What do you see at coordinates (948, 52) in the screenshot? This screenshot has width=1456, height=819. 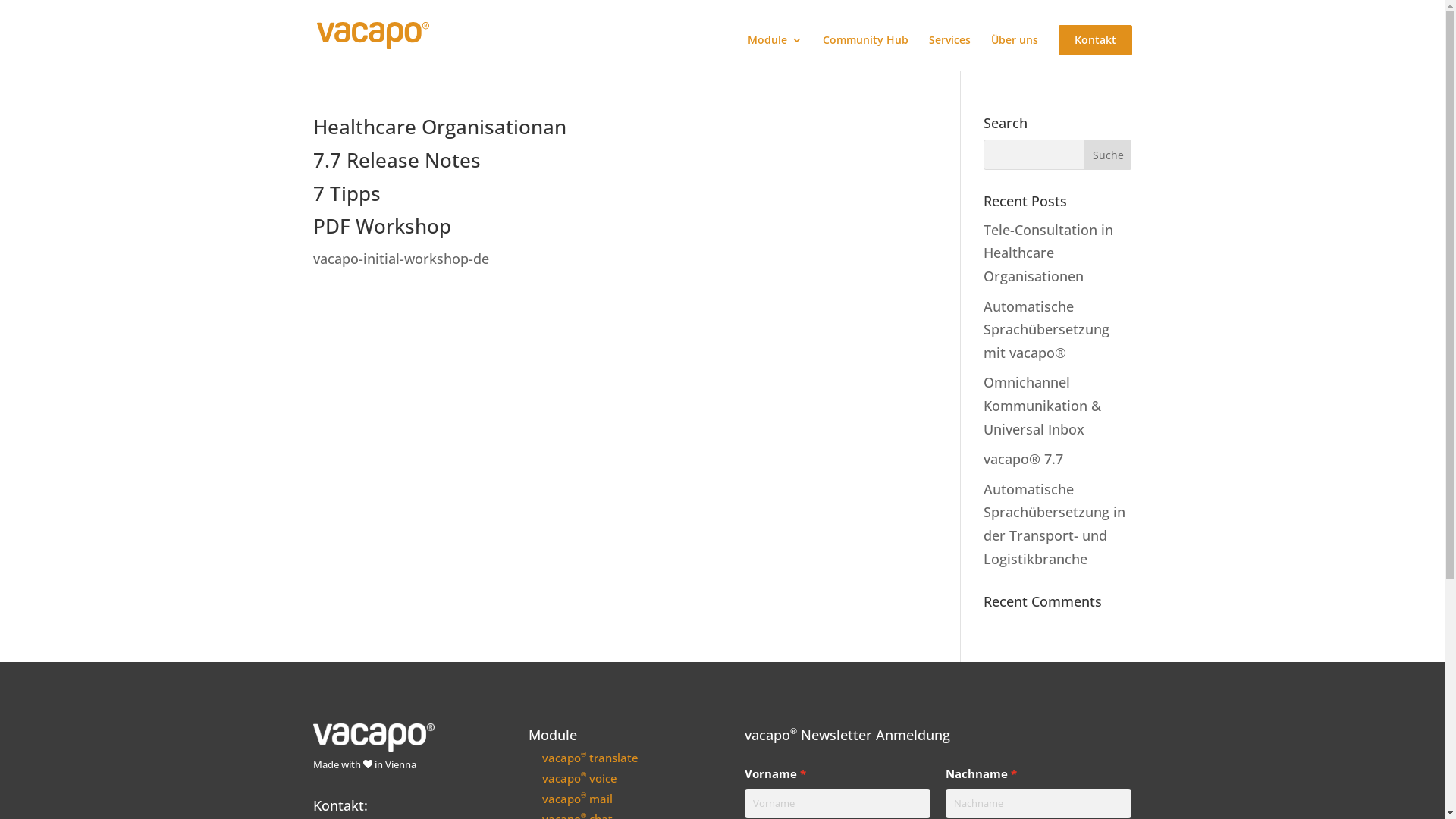 I see `'Services'` at bounding box center [948, 52].